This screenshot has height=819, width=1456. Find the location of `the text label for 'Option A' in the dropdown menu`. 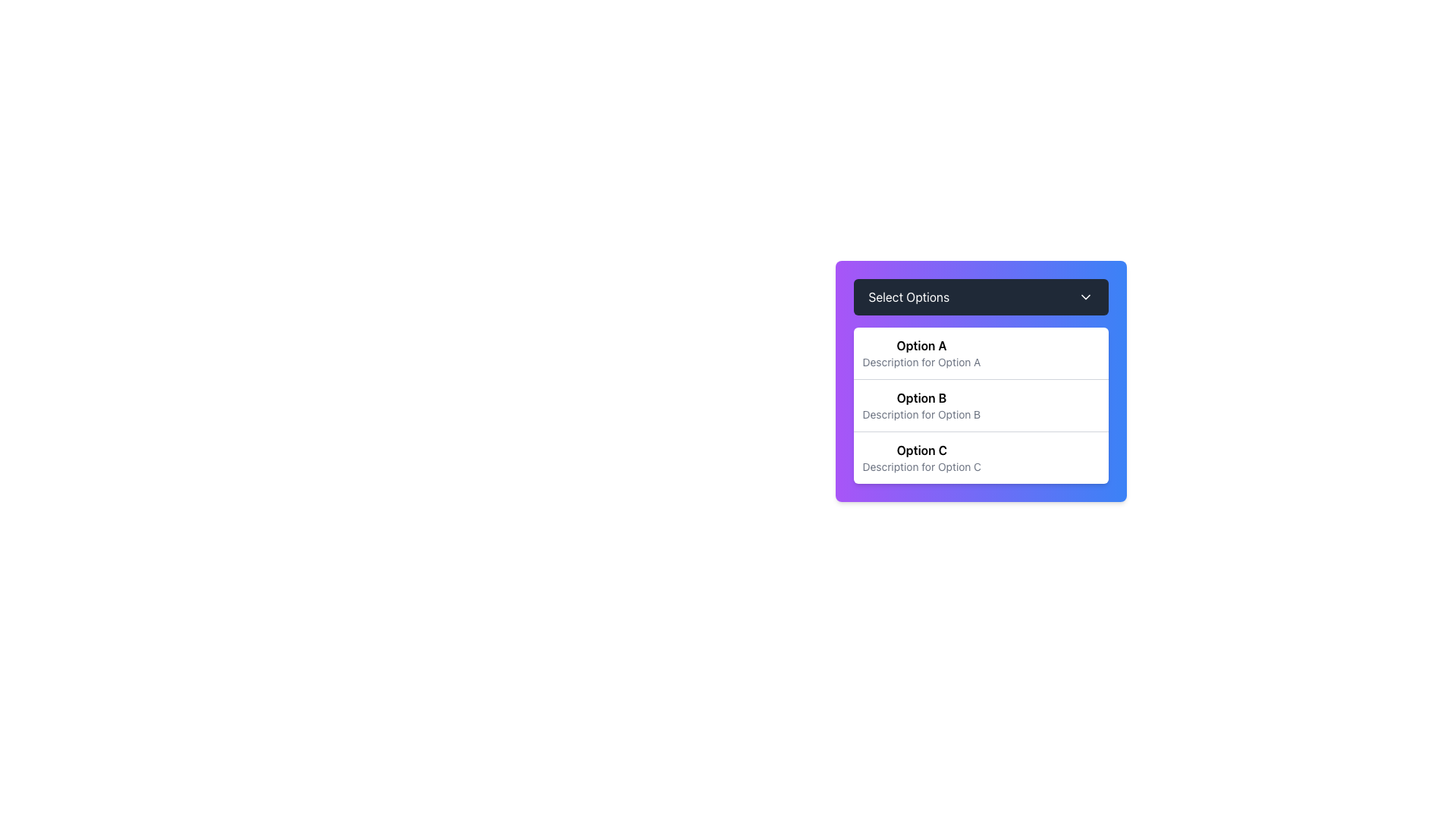

the text label for 'Option A' in the dropdown menu is located at coordinates (921, 345).